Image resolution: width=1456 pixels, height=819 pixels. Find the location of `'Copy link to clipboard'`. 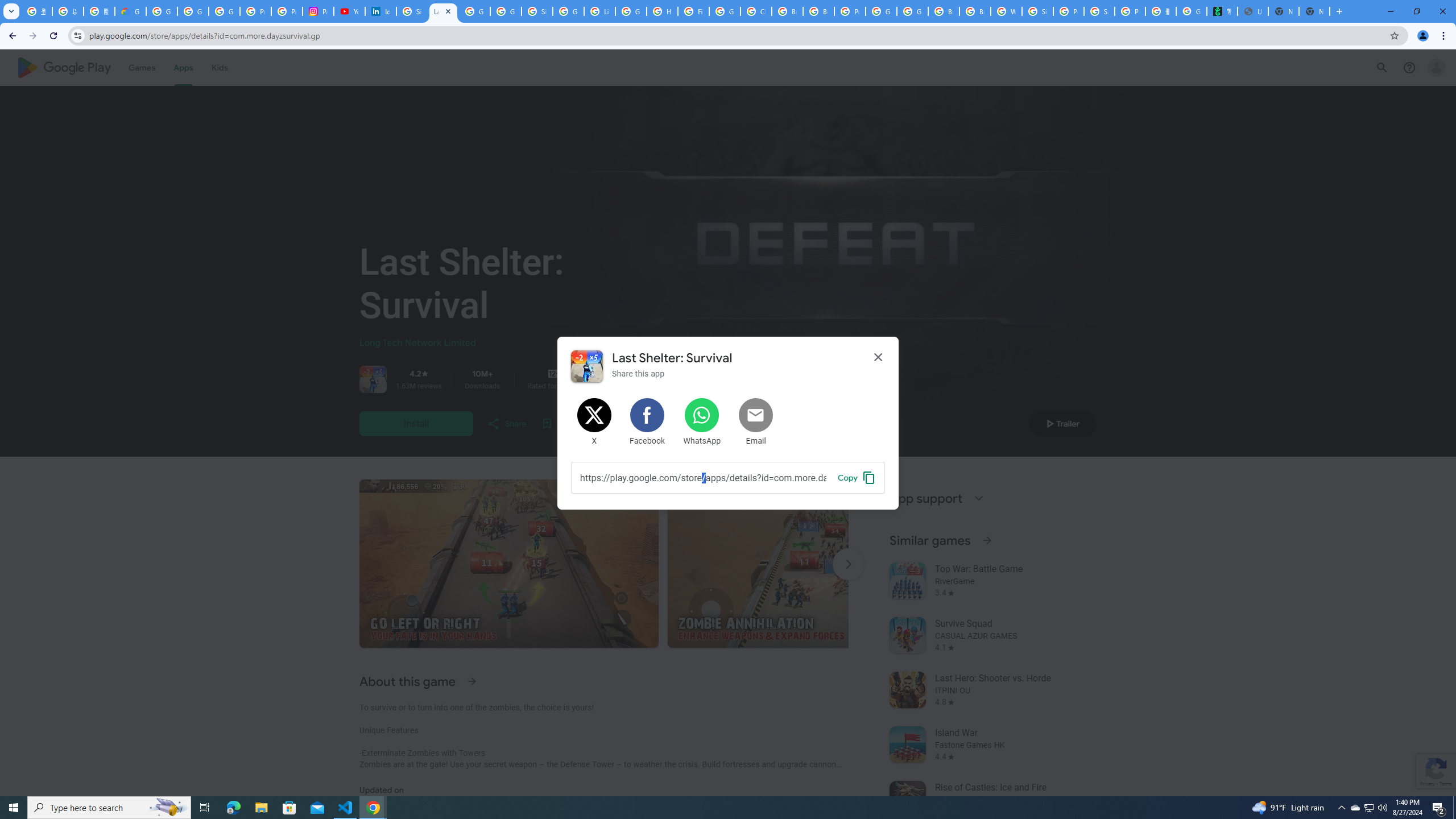

'Copy link to clipboard' is located at coordinates (856, 477).